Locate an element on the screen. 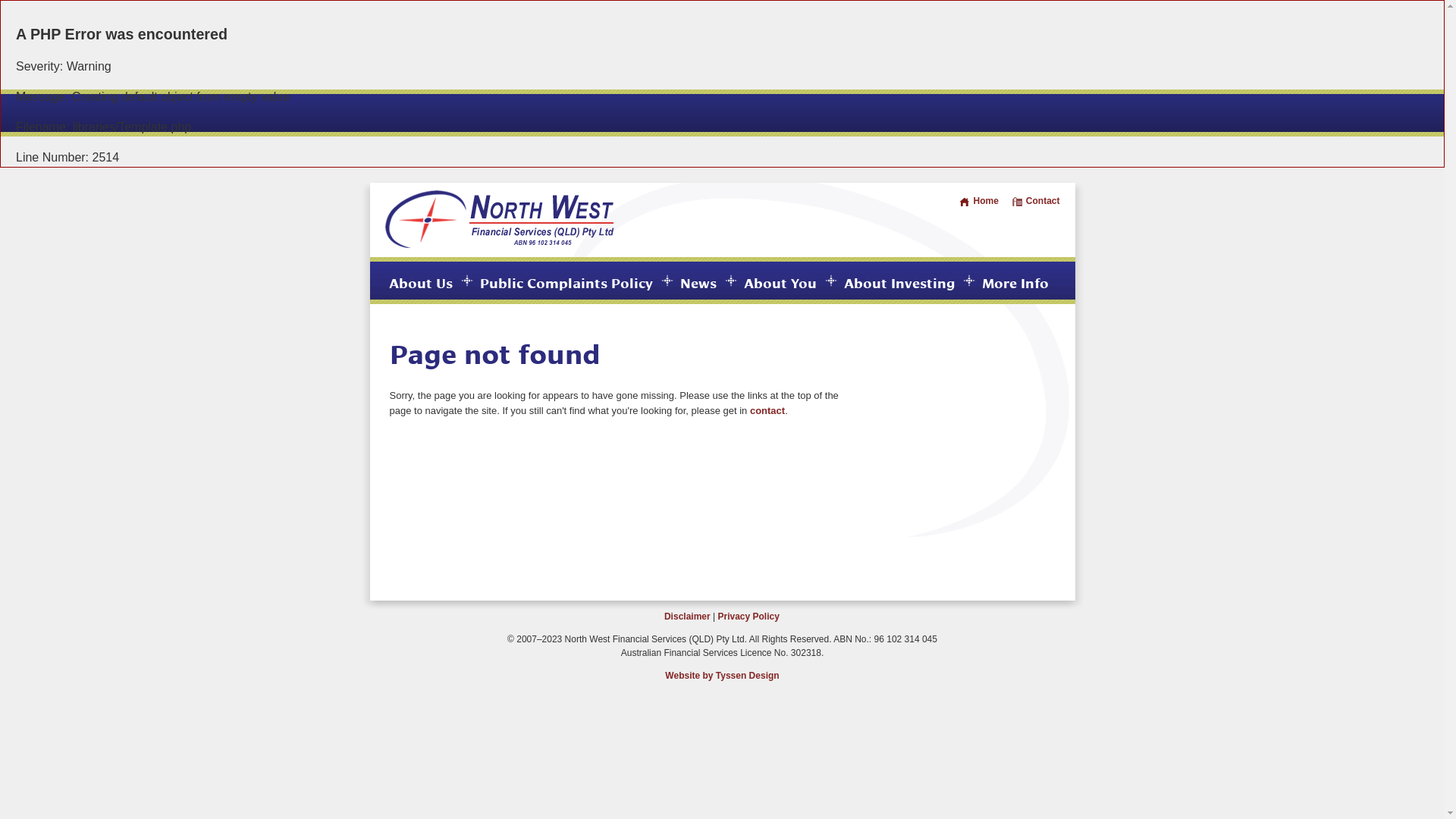 The image size is (1456, 819). 'More Info' is located at coordinates (981, 281).